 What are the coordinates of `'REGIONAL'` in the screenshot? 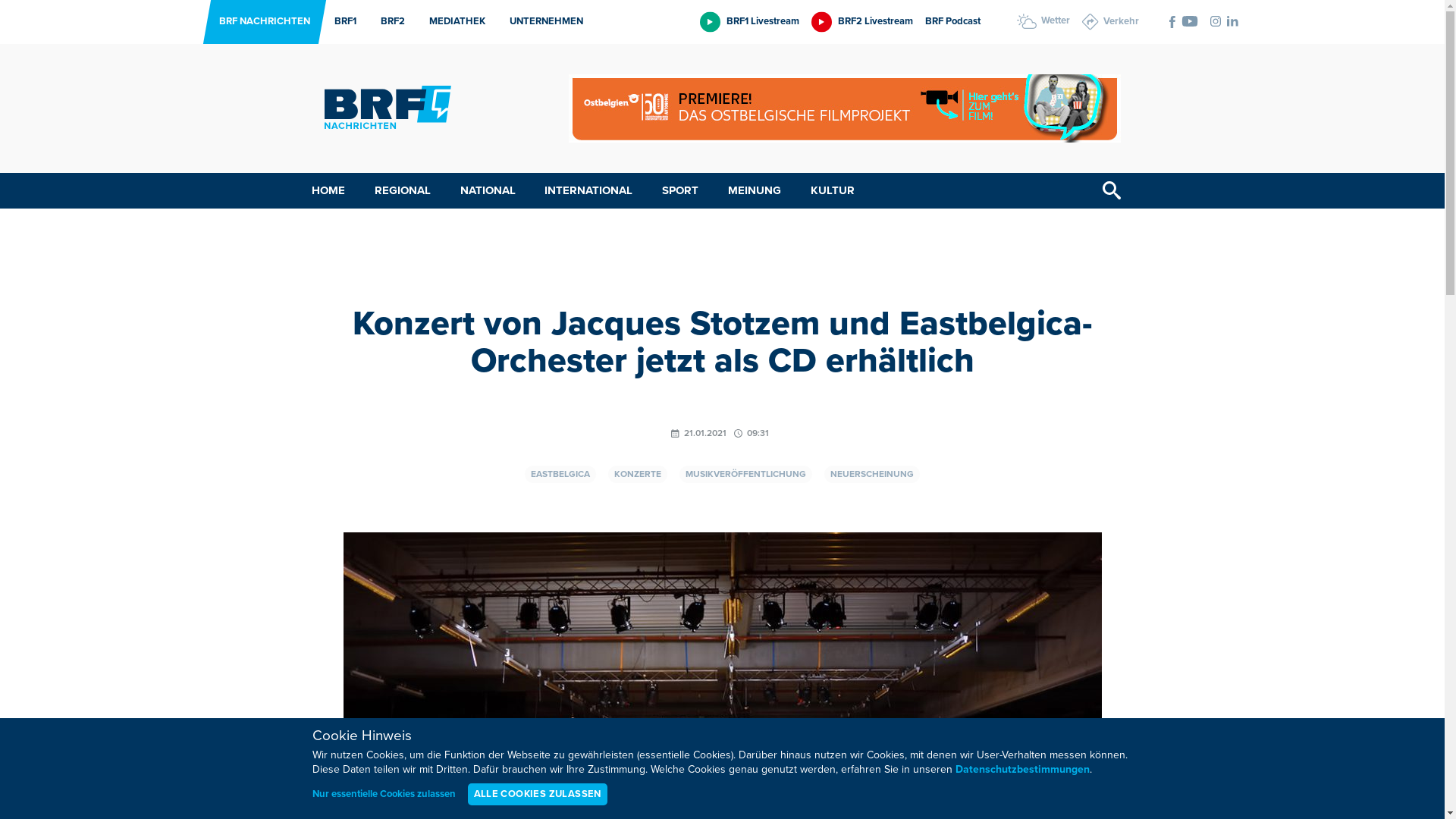 It's located at (368, 190).